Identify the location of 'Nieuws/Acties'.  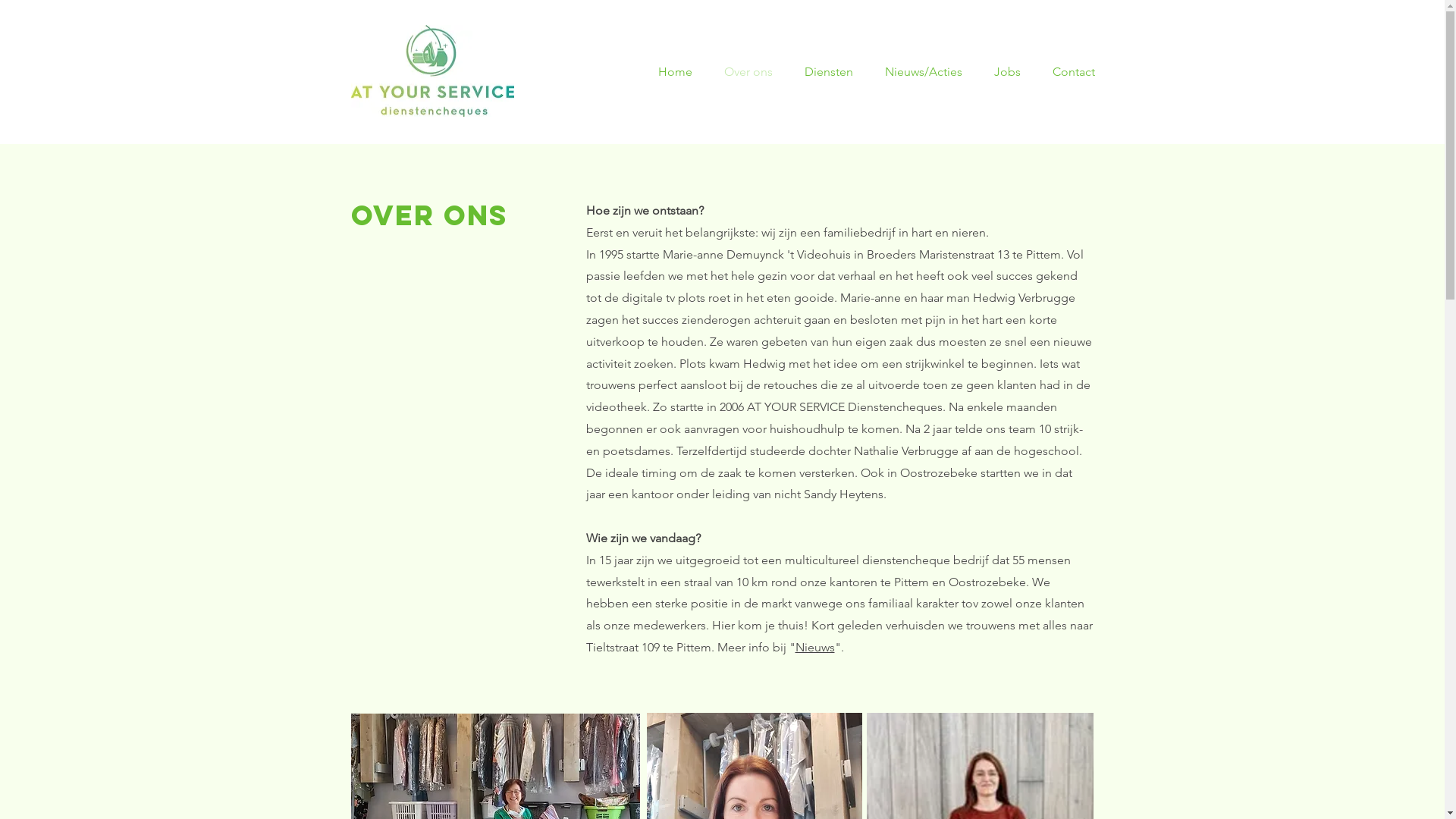
(927, 72).